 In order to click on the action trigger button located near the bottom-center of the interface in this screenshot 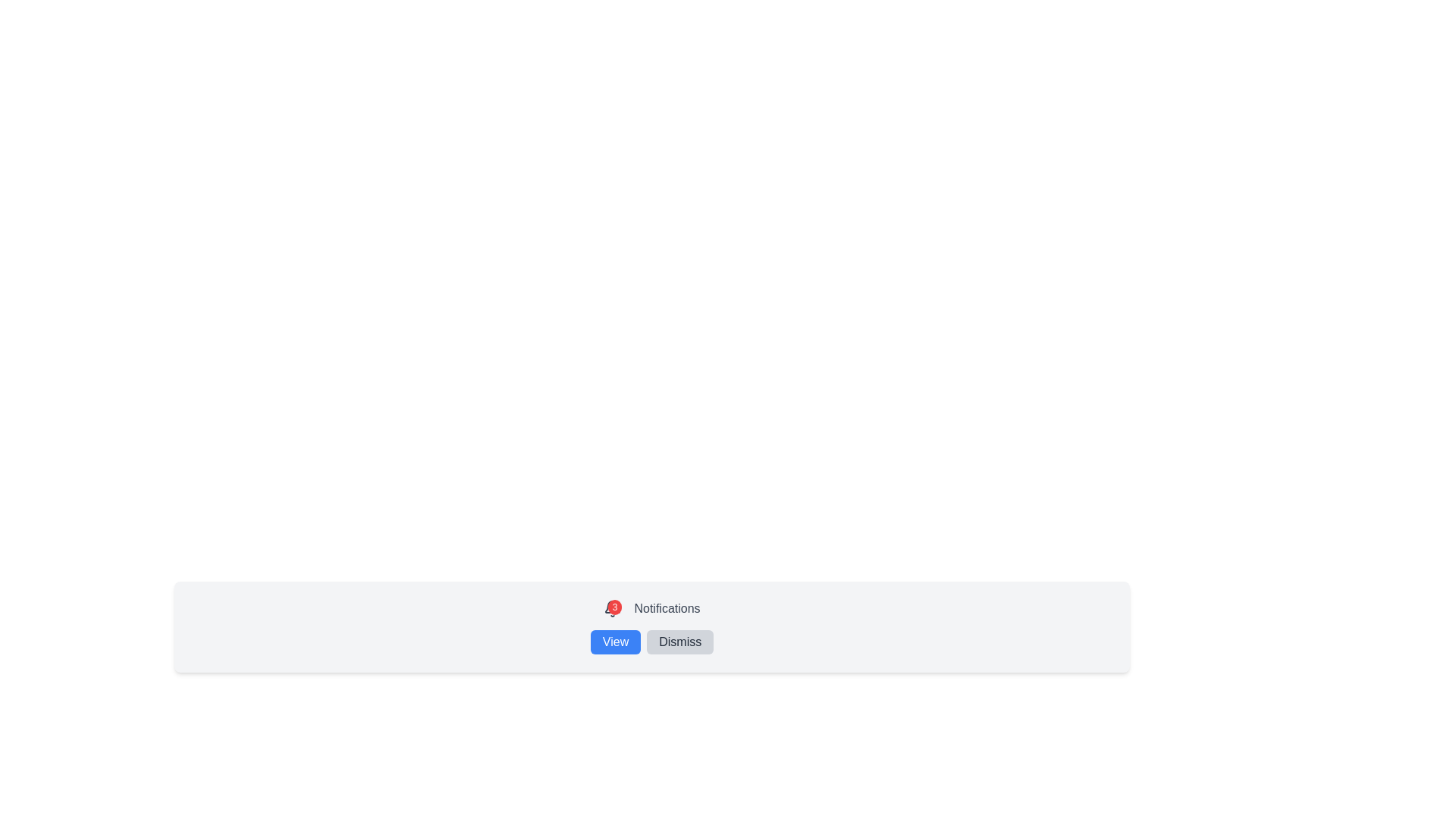, I will do `click(615, 642)`.